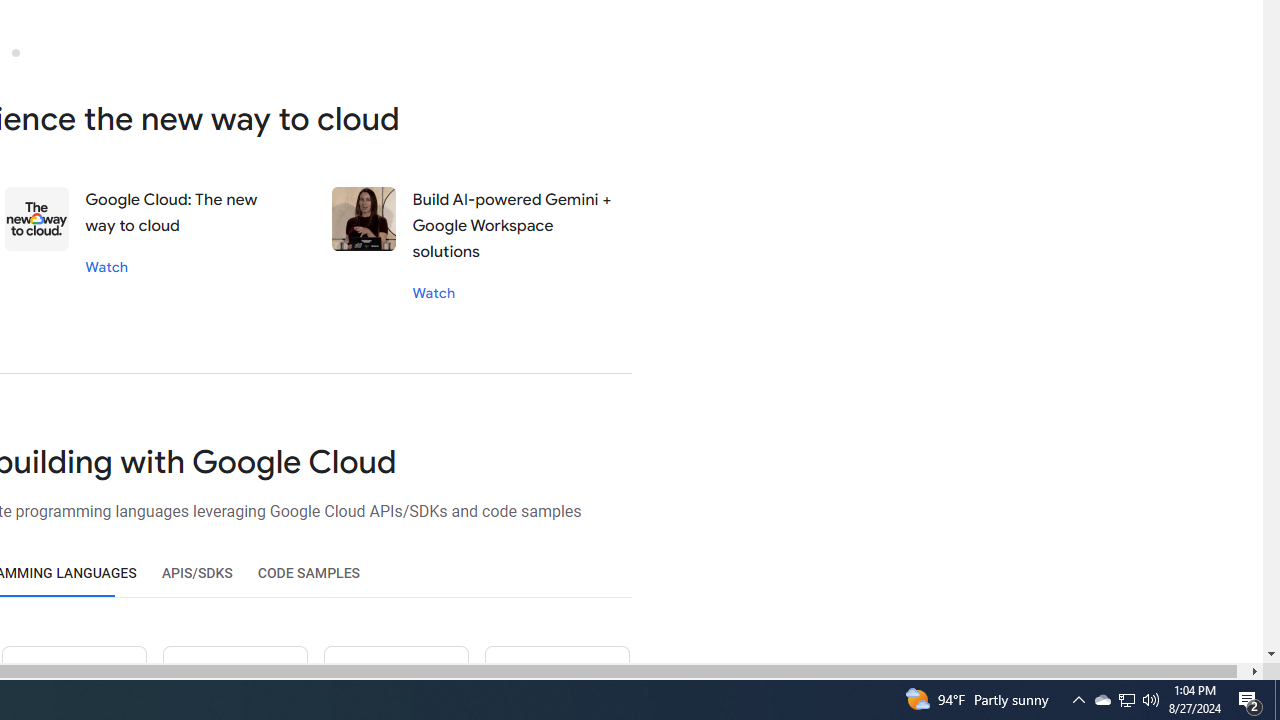  I want to click on 'APIS/SDKS', so click(197, 573).